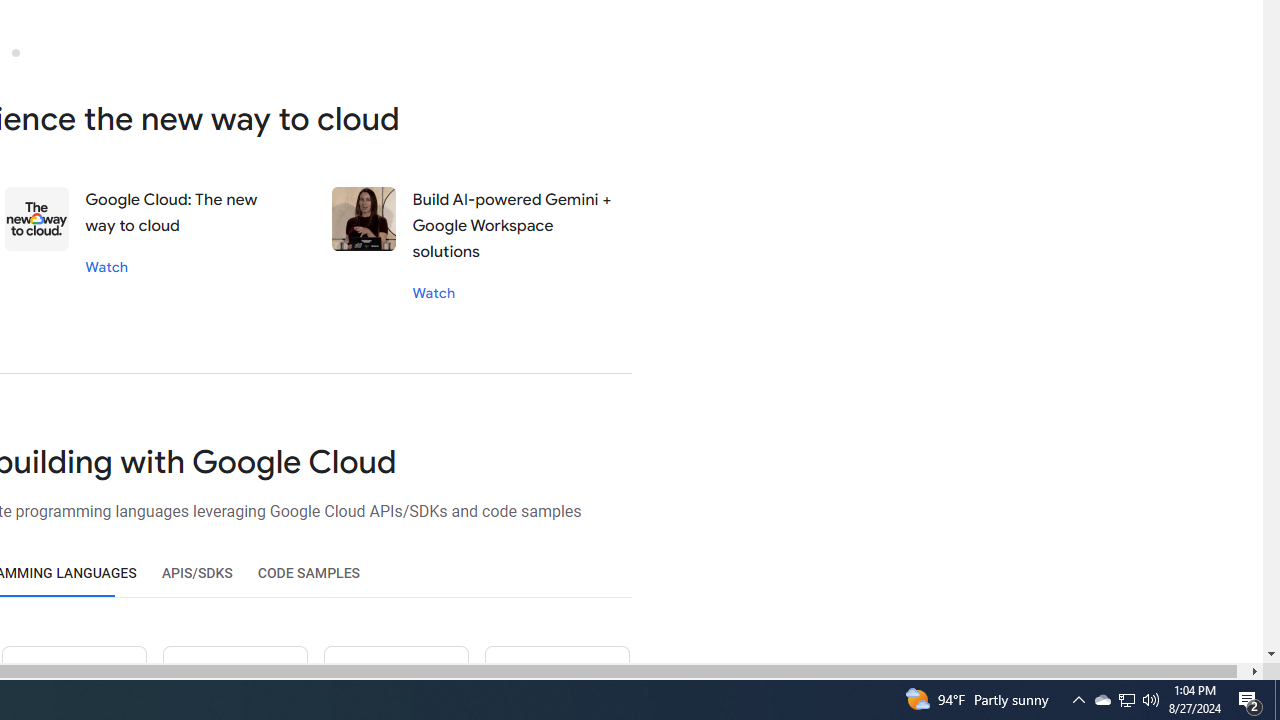  I want to click on 'APIS/SDKS', so click(197, 573).